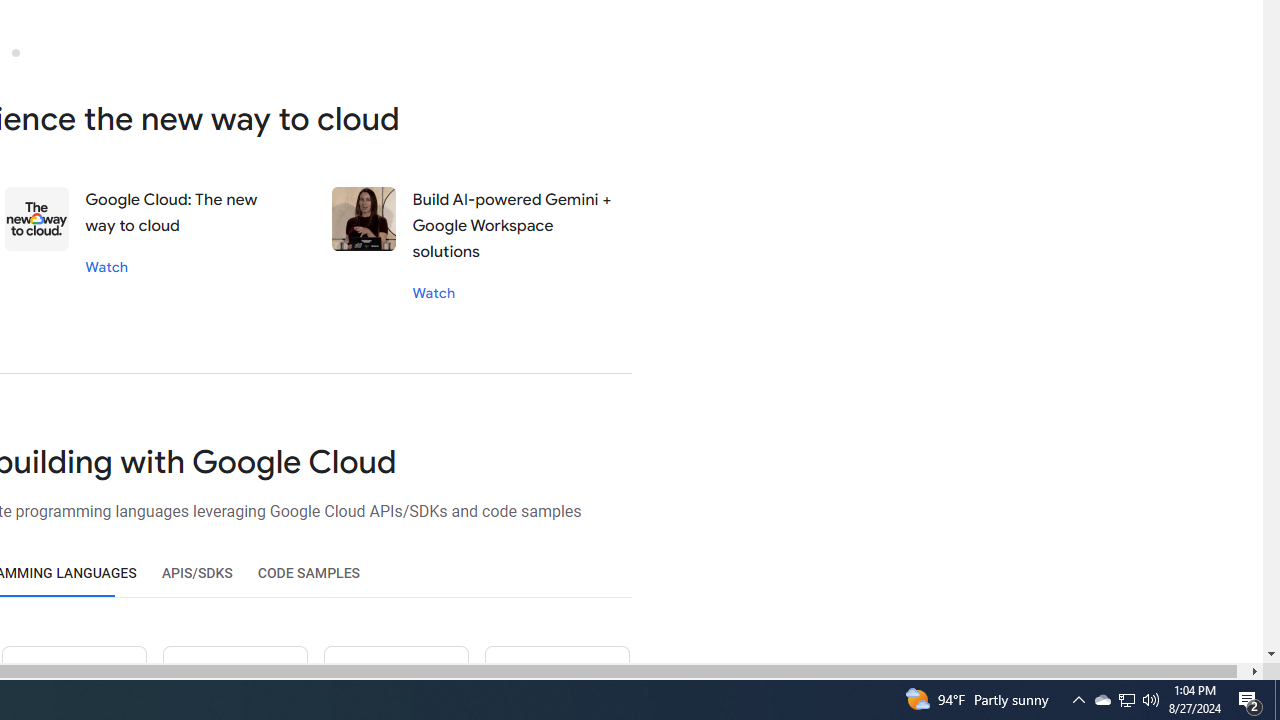  I want to click on 'APIS/SDKS', so click(197, 573).